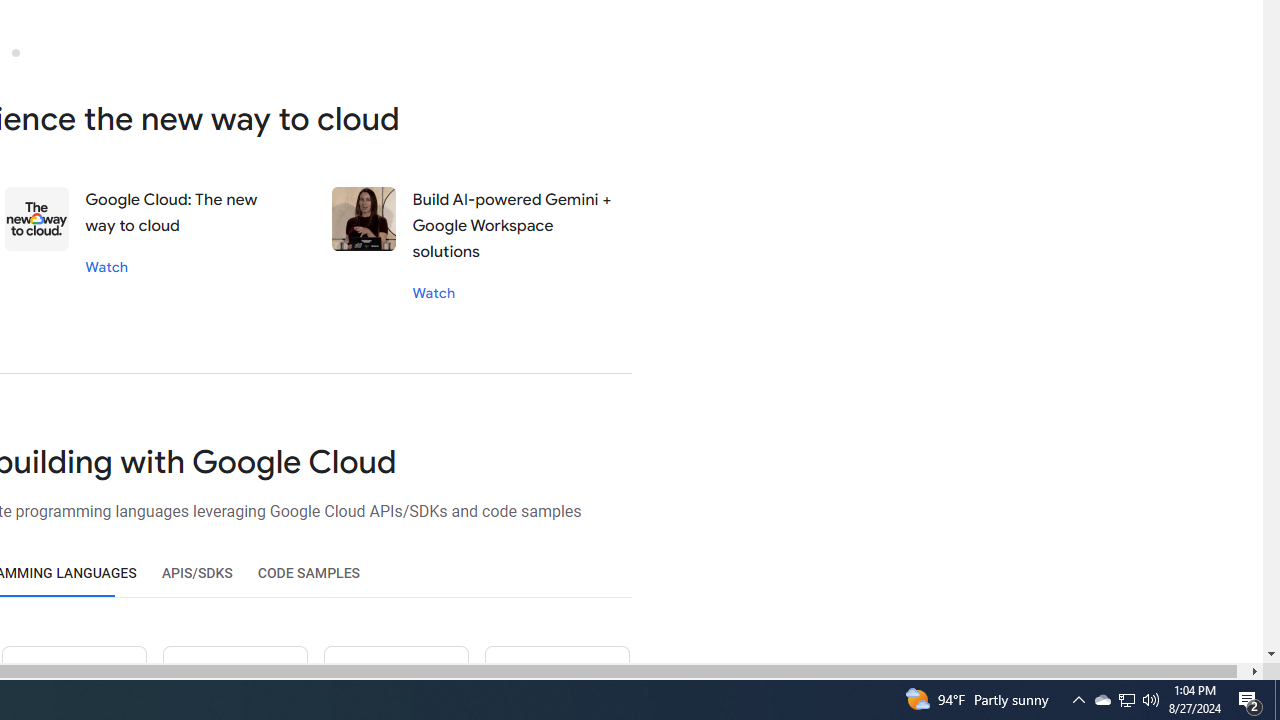  I want to click on 'APIS/SDKS', so click(197, 573).